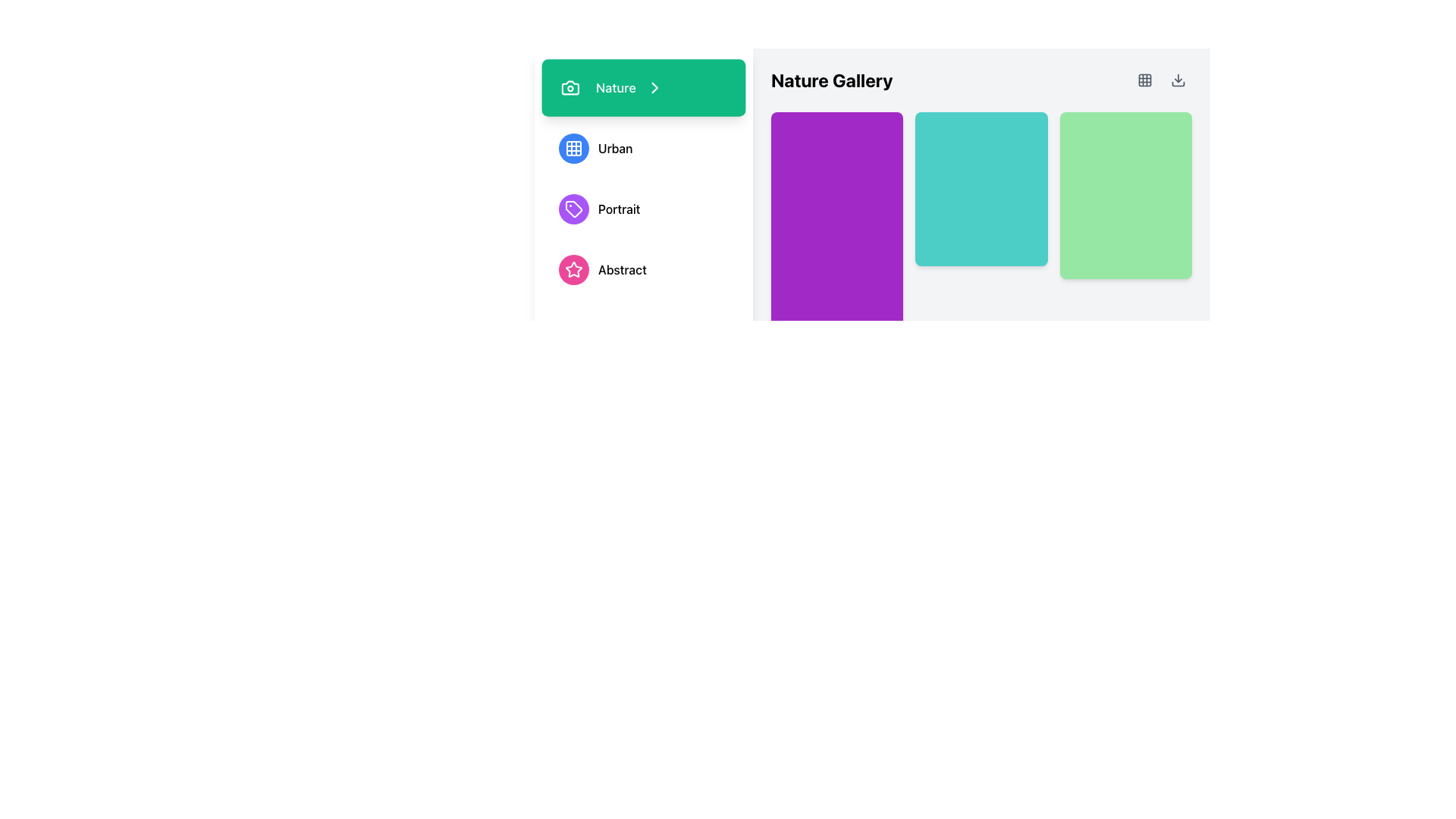  What do you see at coordinates (573, 268) in the screenshot?
I see `the pink star icon button located at the bottom of the sidebar` at bounding box center [573, 268].